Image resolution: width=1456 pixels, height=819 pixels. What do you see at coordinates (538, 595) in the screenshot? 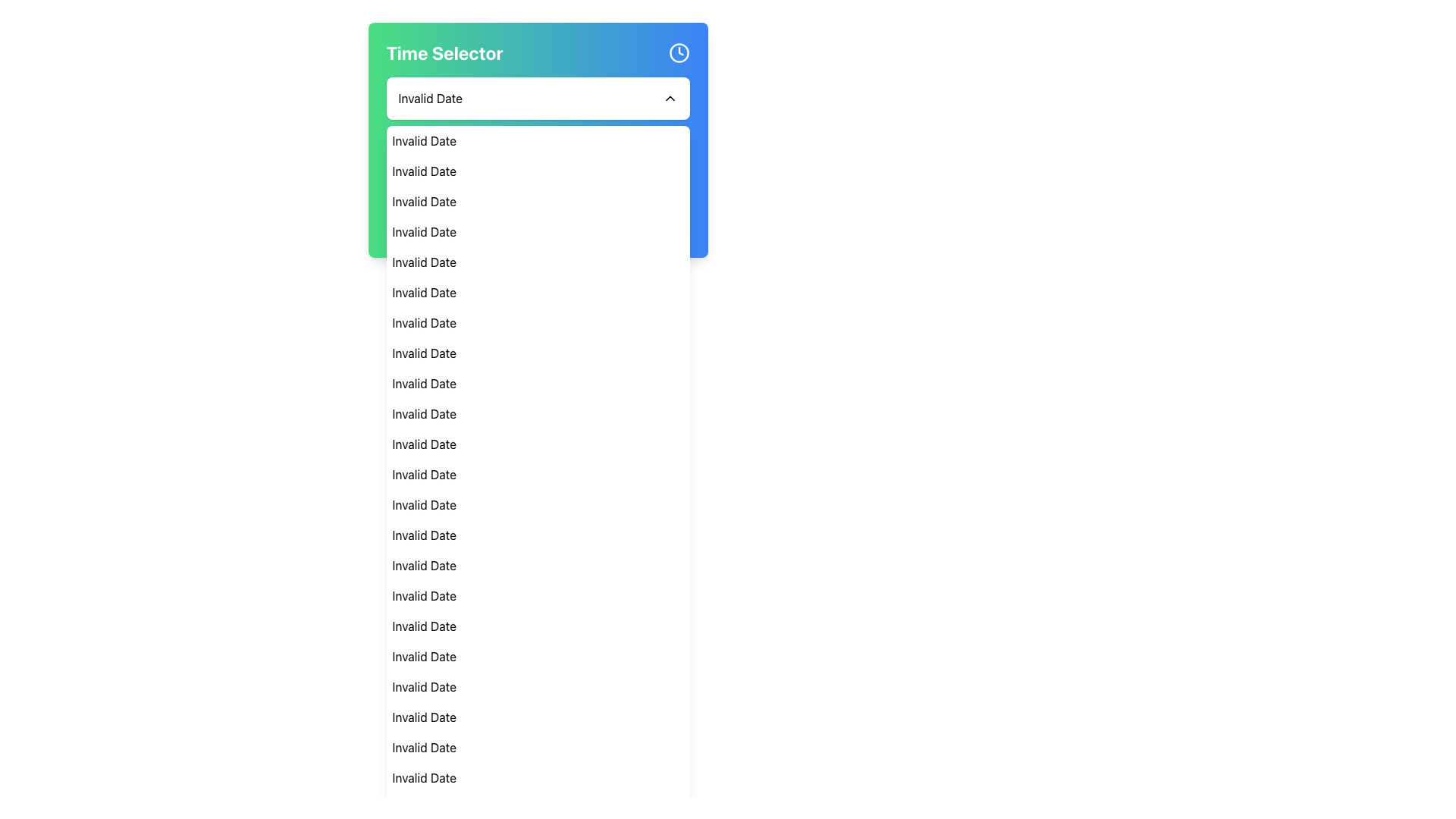
I see `the 16th list item labeled 'Invalid Date'` at bounding box center [538, 595].